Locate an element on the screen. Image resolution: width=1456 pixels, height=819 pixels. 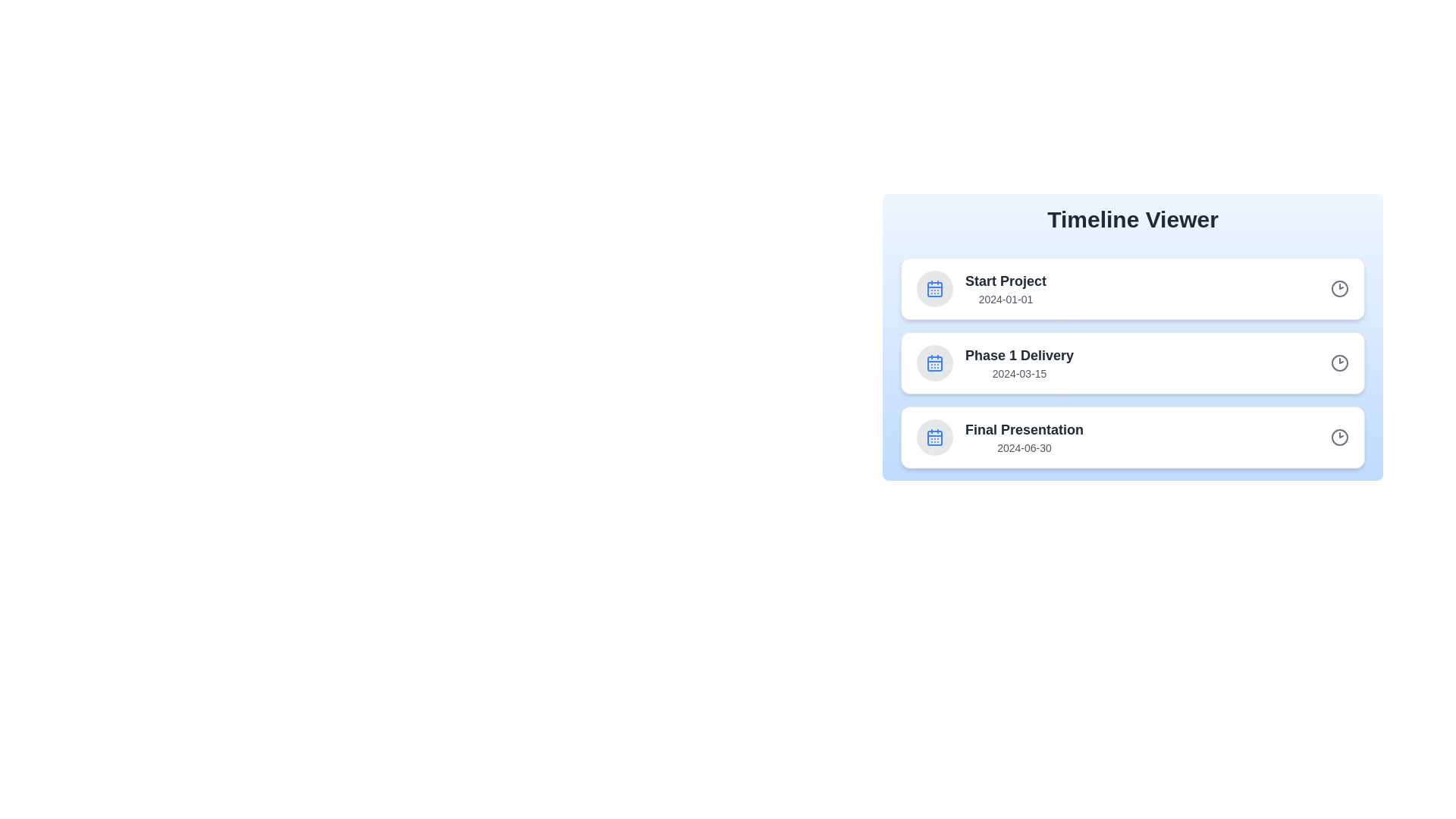
the rounded gray calendar icon with a blue tint, which indicates the 'Phase 1 Delivery' in the timeline list is located at coordinates (934, 362).